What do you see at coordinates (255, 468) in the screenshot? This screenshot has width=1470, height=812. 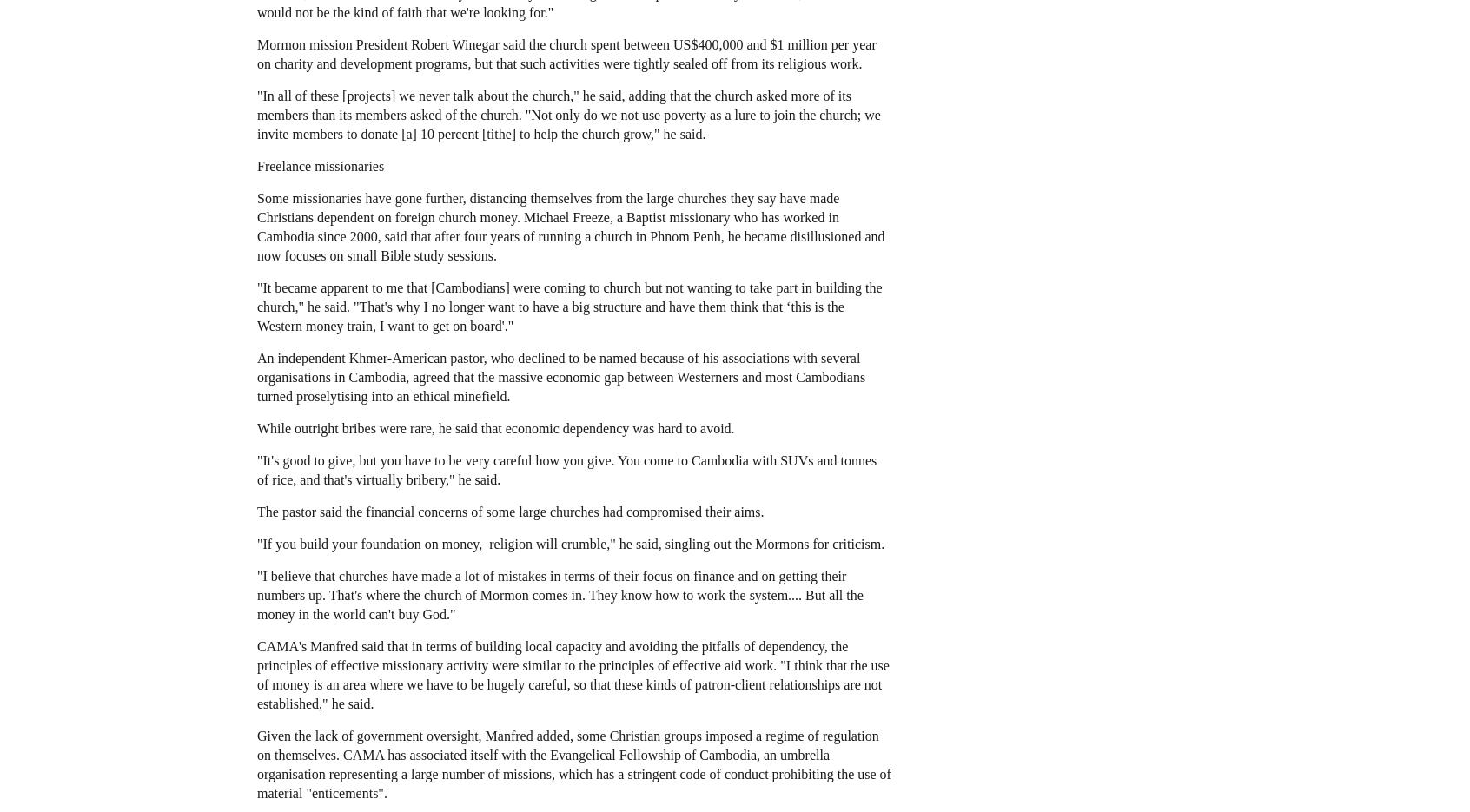 I see `'"It's good to give, but you have to be very careful how you give. You come to Cambodia with SUVs and tonnes of rice, and that's virtually bribery," he said.'` at bounding box center [255, 468].